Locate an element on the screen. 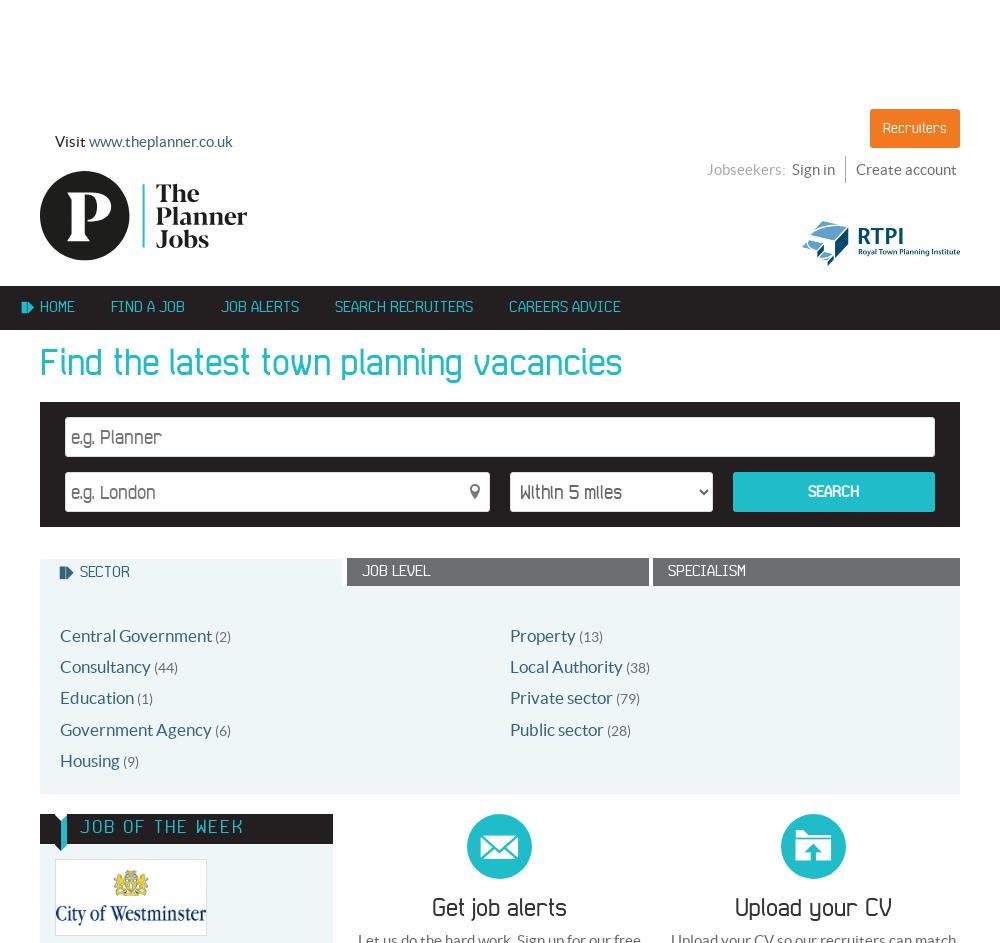 This screenshot has width=1000, height=943. 'Find the latest town planning vacancies' is located at coordinates (330, 362).